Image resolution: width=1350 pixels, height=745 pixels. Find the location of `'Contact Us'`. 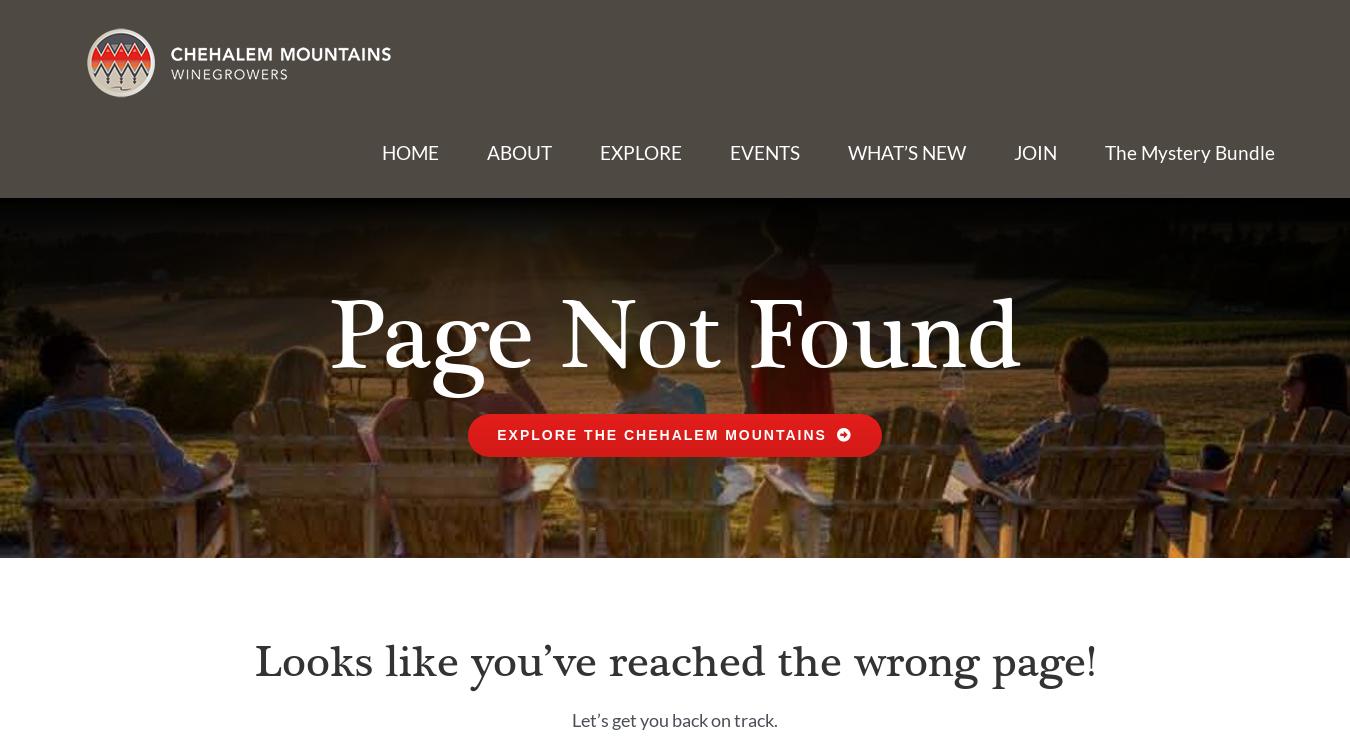

'Contact Us' is located at coordinates (1070, 220).